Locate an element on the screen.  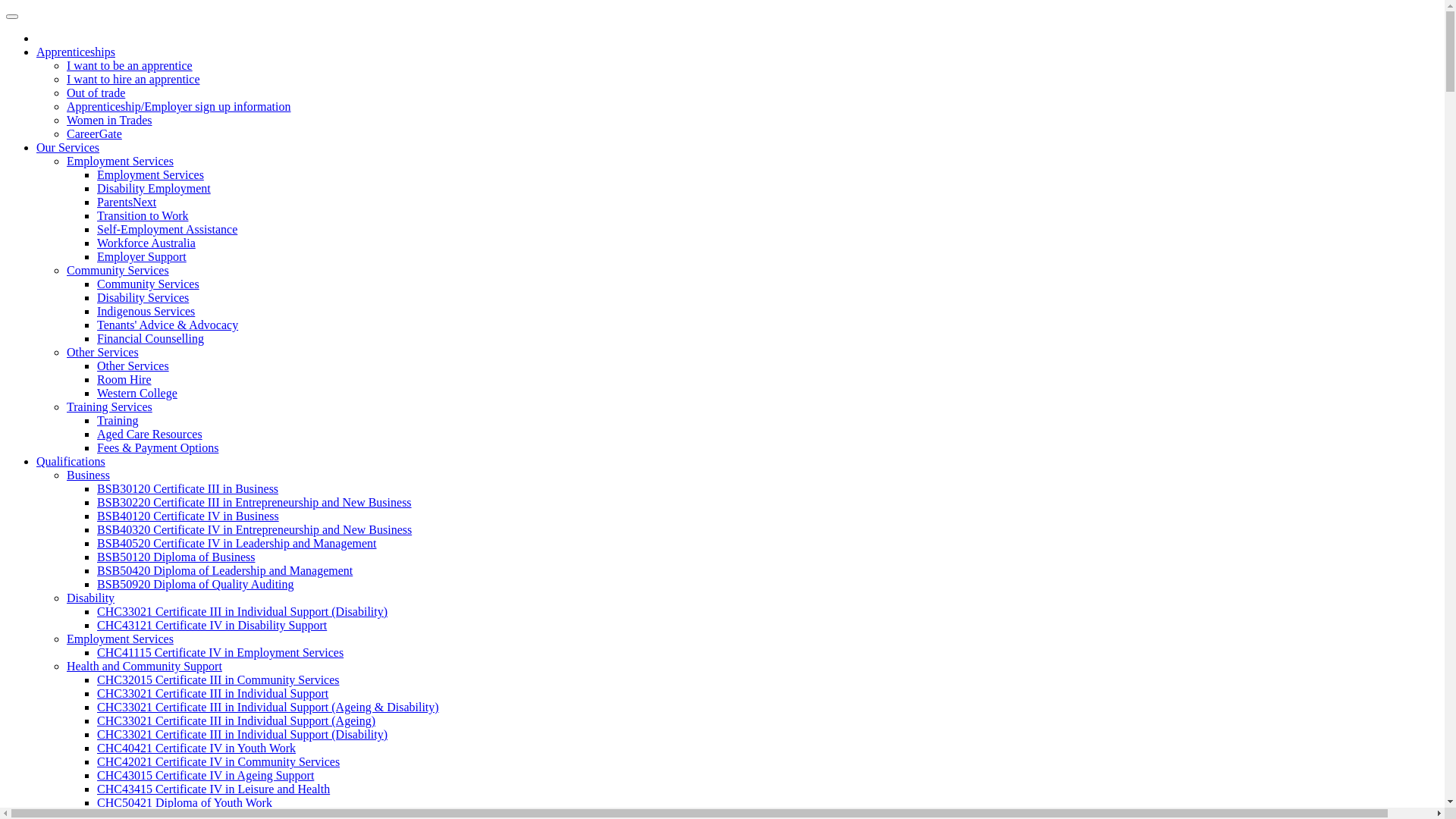
'Fees & Payment Options' is located at coordinates (157, 447).